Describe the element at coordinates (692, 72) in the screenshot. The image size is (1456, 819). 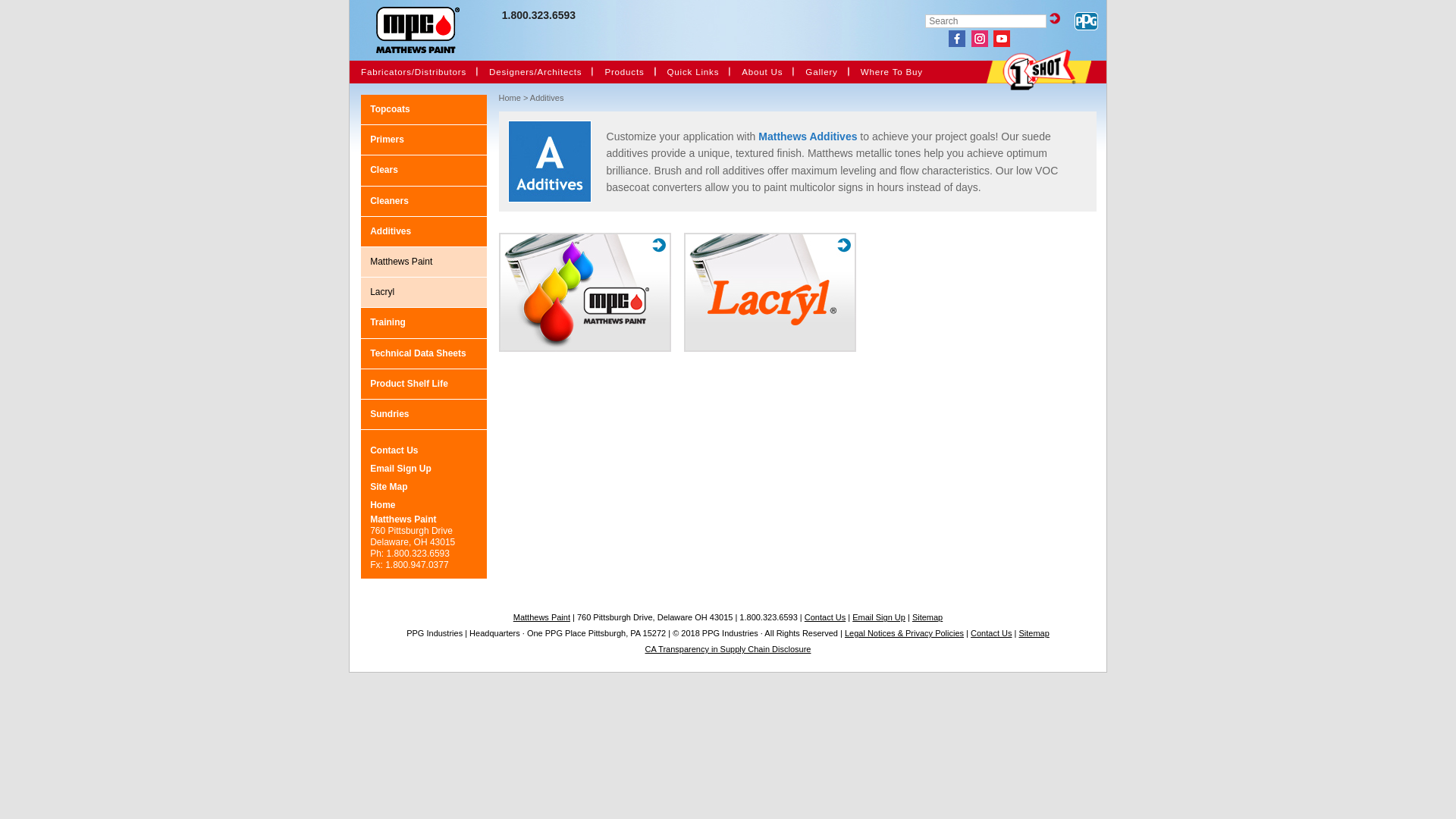
I see `'Quick Links'` at that location.